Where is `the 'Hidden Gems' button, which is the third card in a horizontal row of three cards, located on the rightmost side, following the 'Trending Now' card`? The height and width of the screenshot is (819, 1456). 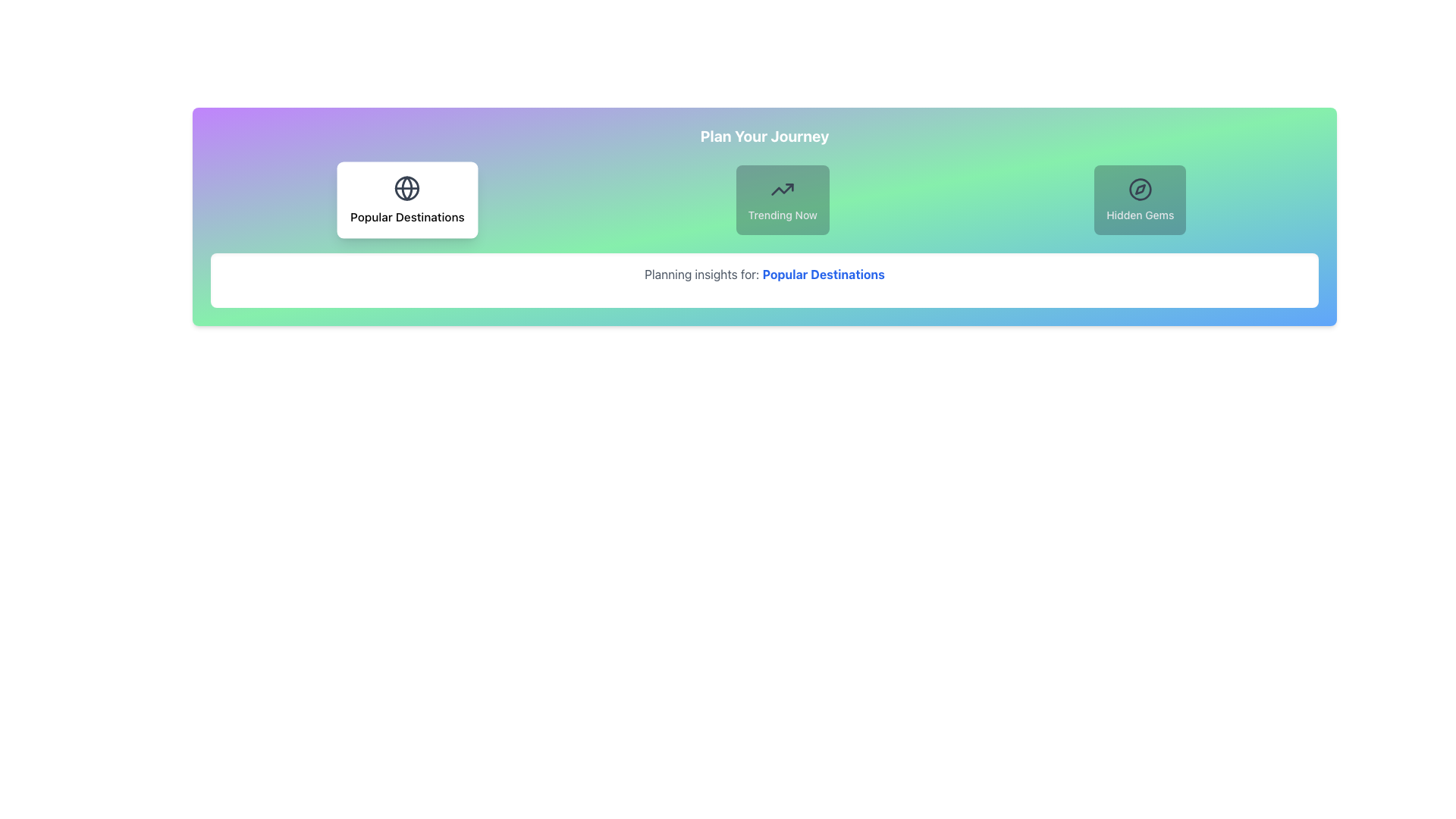
the 'Hidden Gems' button, which is the third card in a horizontal row of three cards, located on the rightmost side, following the 'Trending Now' card is located at coordinates (1140, 199).